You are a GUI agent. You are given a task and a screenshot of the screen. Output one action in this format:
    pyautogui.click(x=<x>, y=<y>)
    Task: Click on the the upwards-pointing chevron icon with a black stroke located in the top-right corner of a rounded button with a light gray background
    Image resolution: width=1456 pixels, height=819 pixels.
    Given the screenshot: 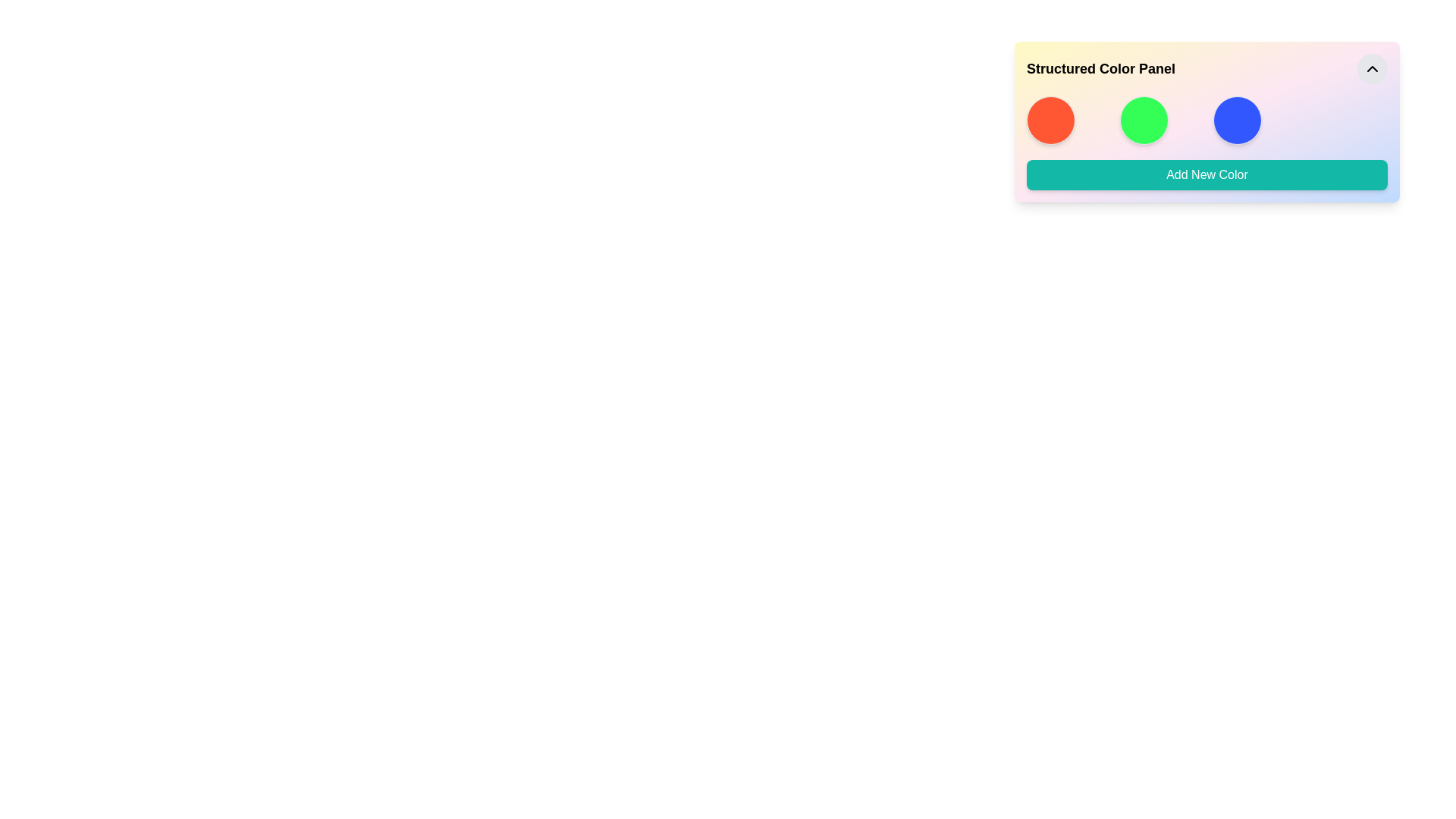 What is the action you would take?
    pyautogui.click(x=1372, y=69)
    